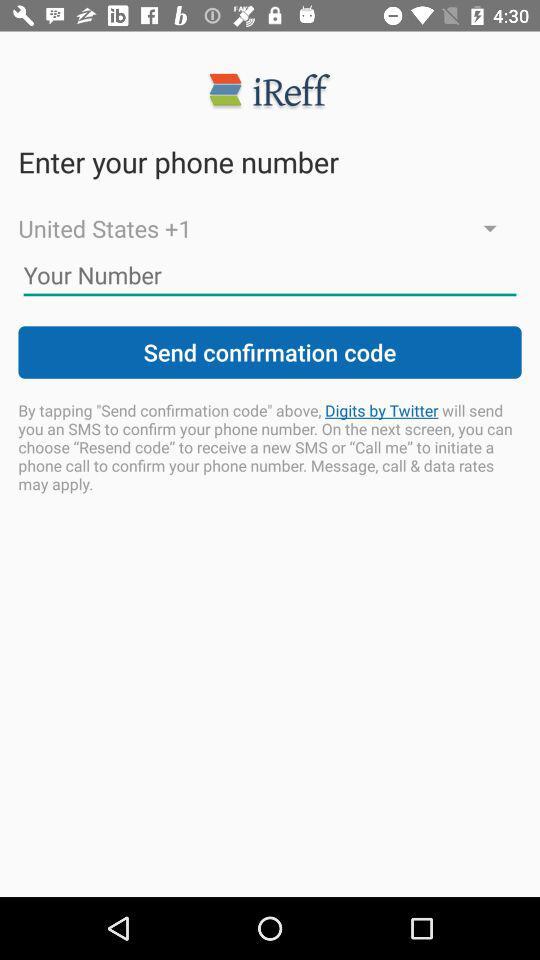  I want to click on phone number field, so click(270, 274).